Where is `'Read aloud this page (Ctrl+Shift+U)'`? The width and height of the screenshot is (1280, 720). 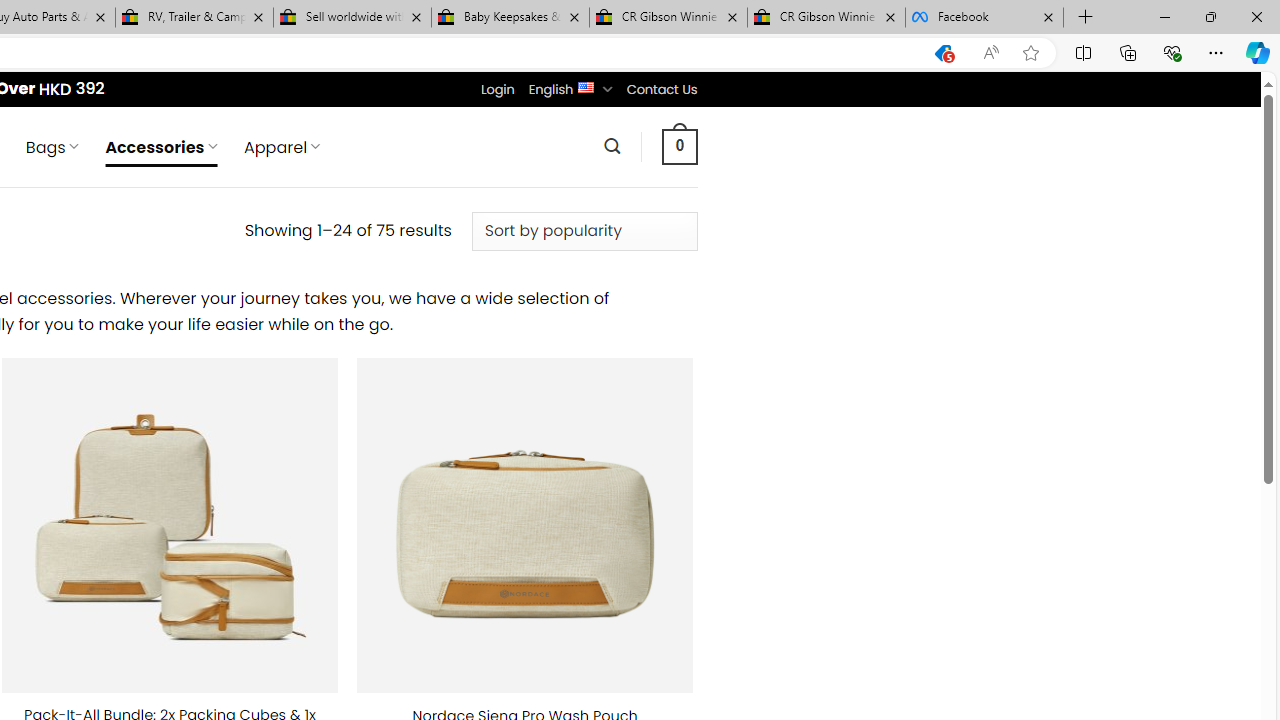 'Read aloud this page (Ctrl+Shift+U)' is located at coordinates (991, 52).